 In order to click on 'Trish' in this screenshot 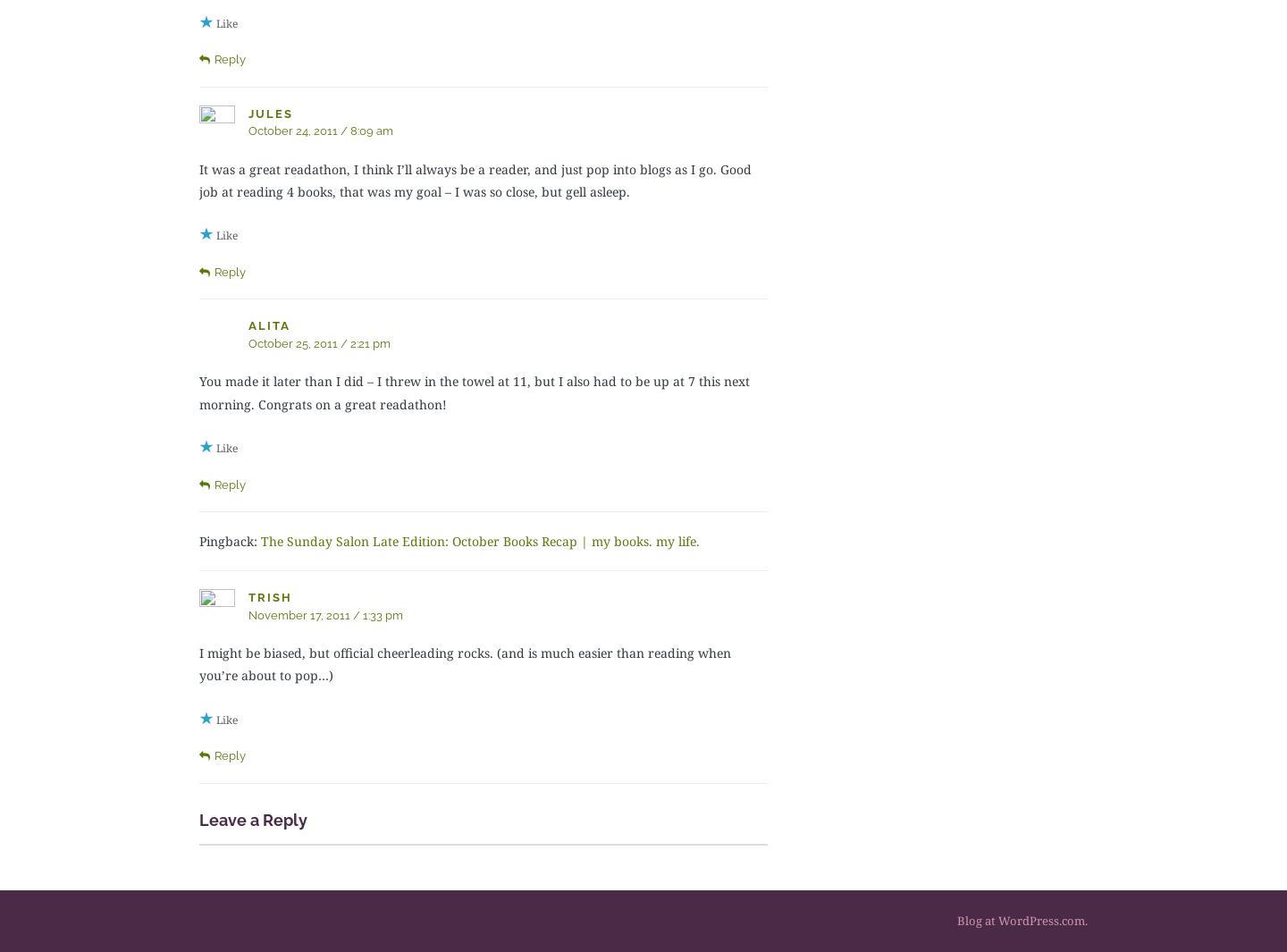, I will do `click(270, 597)`.